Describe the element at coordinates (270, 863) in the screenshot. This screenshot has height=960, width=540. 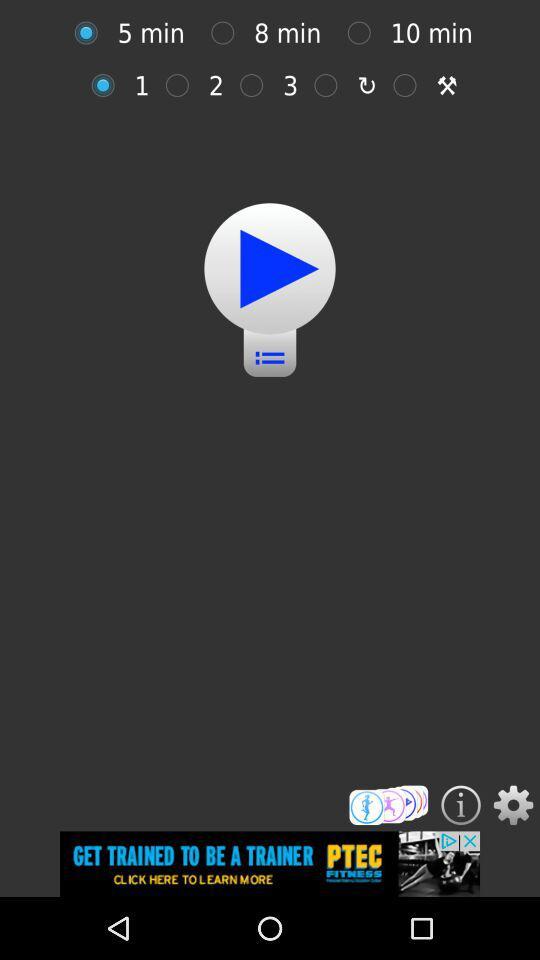
I see `open advertisement` at that location.